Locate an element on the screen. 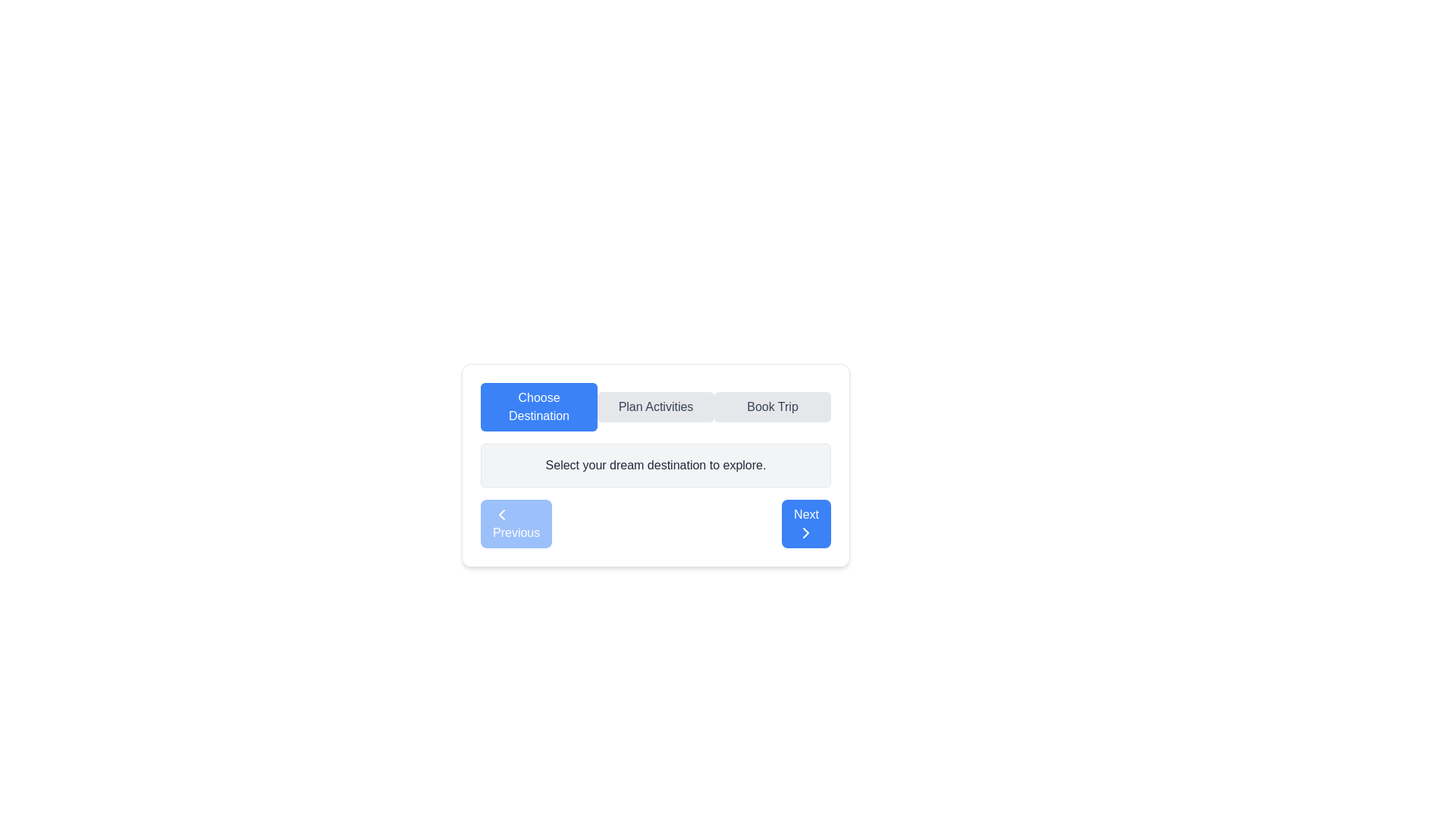 The height and width of the screenshot is (819, 1456). the 'Plan Activities' button, which is a rectangular button with rounded corners and dark gray text on a light gray background is located at coordinates (655, 406).